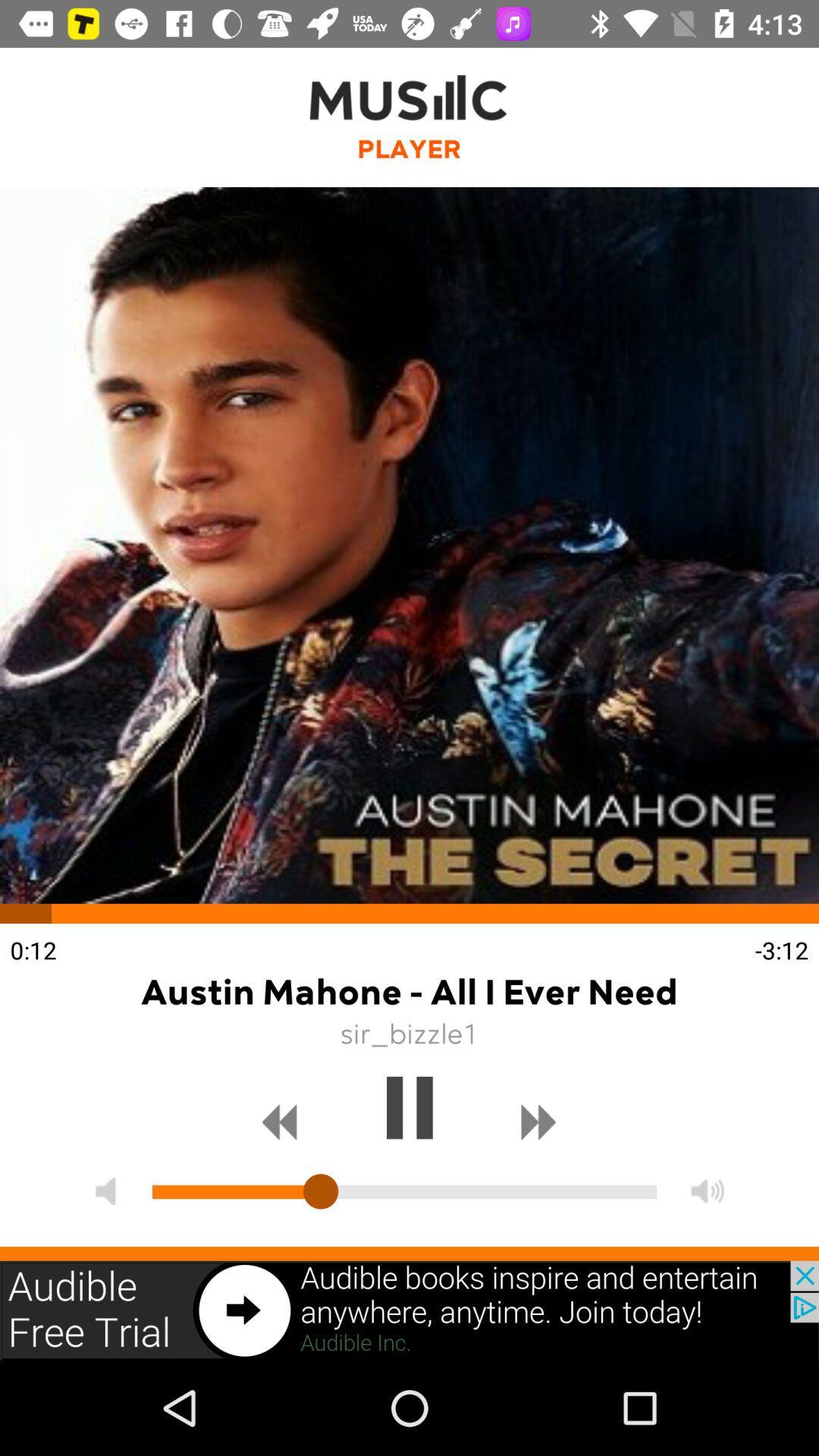 The height and width of the screenshot is (1456, 819). What do you see at coordinates (538, 1122) in the screenshot?
I see `skip button` at bounding box center [538, 1122].